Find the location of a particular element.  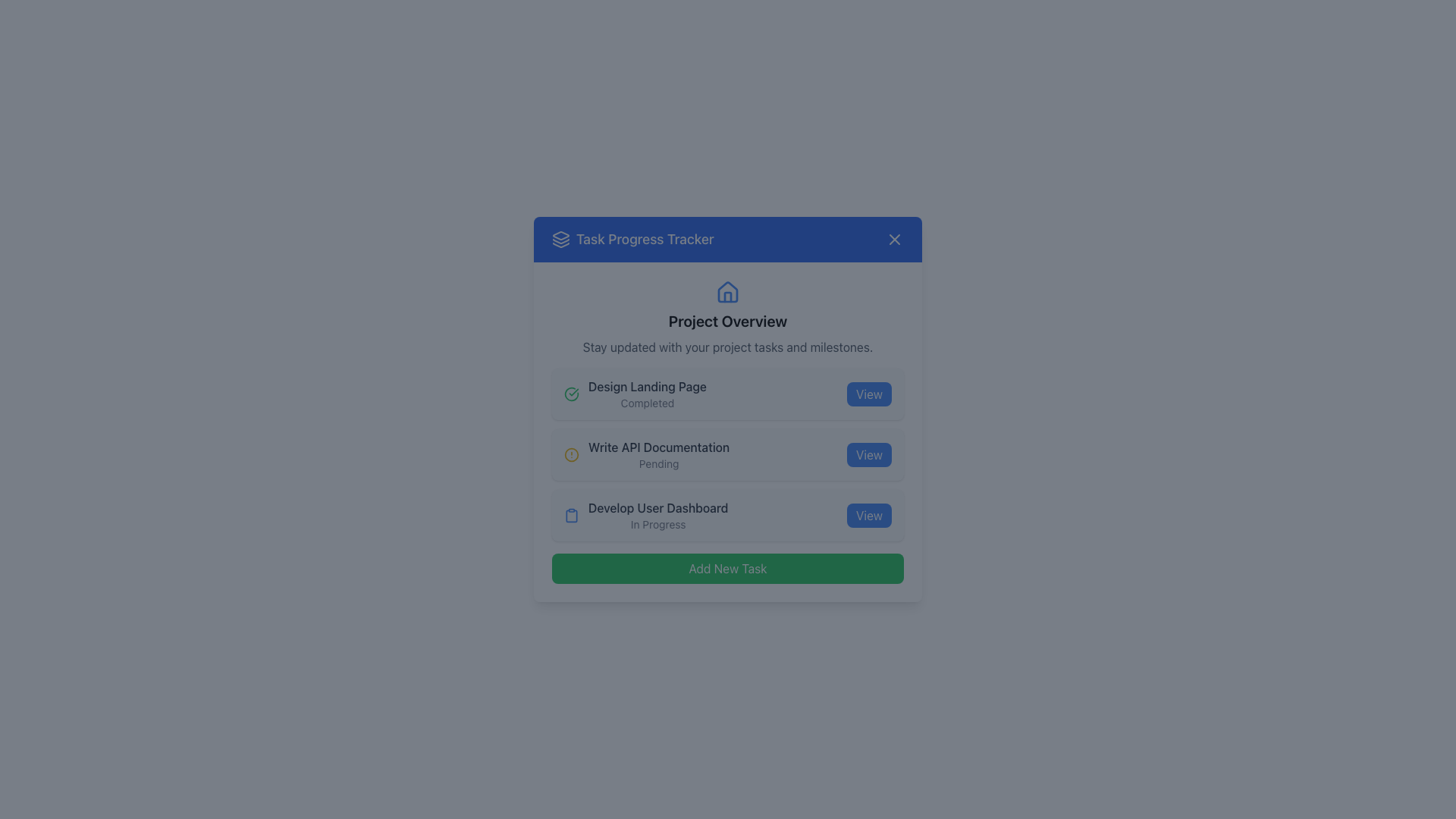

the non-interactive house icon located above the 'Project Overview' header in the card layout is located at coordinates (728, 292).